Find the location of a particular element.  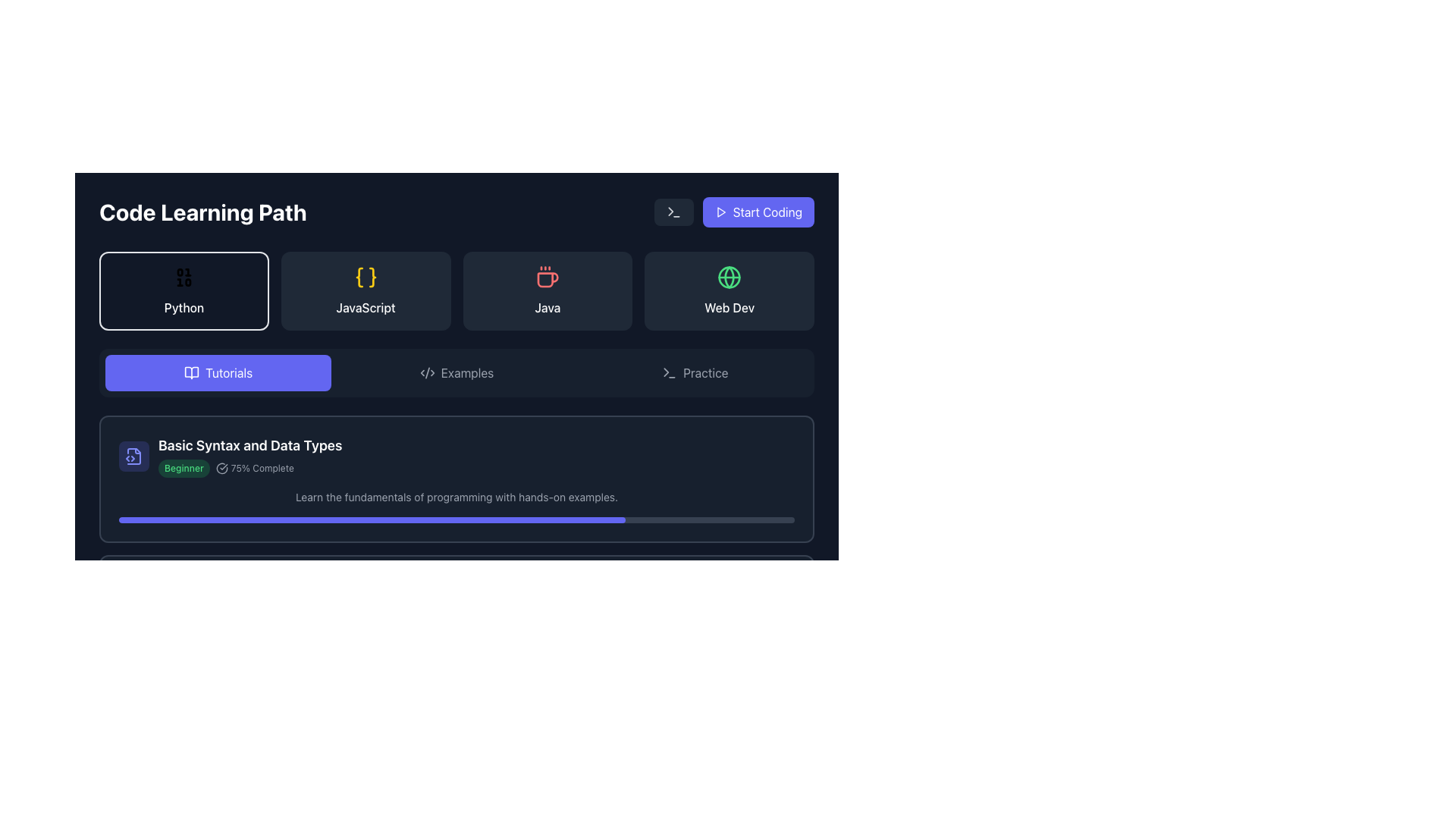

the button located in the horizontal row containing 'Tutorials', 'Examples', and 'Practice' is located at coordinates (455, 373).